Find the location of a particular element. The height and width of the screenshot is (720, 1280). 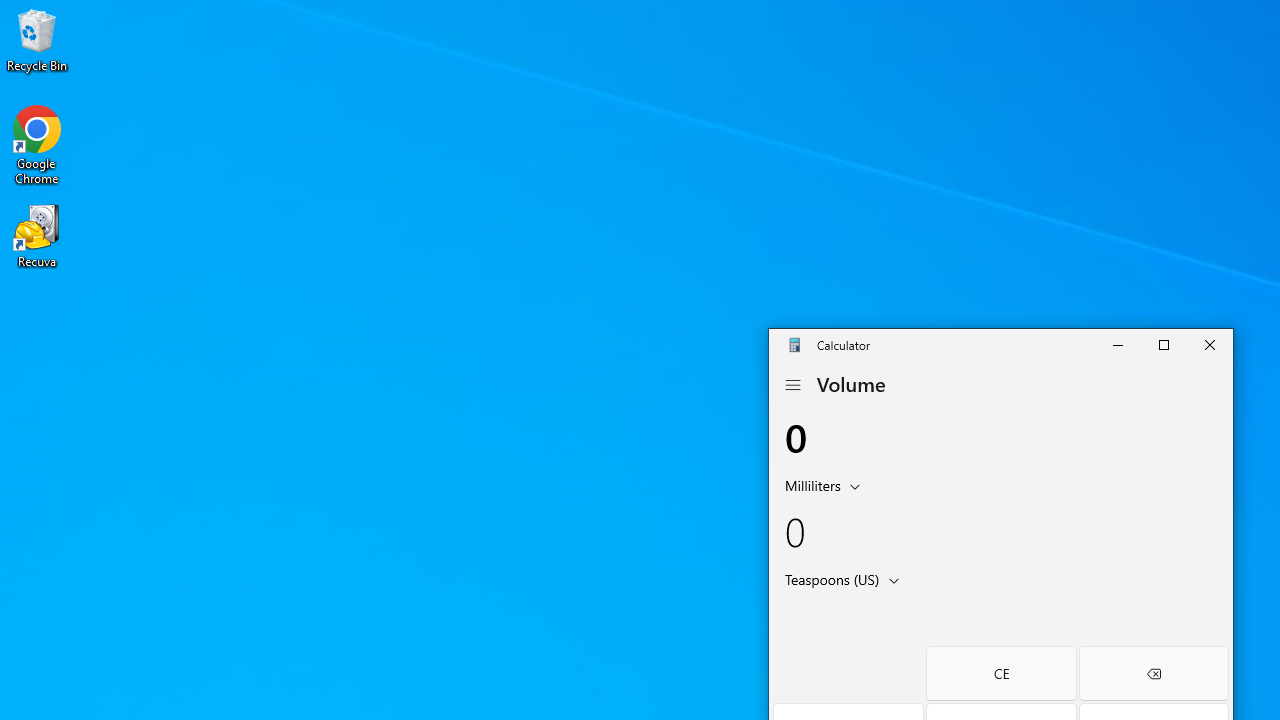

'Open Navigation' is located at coordinates (791, 385).